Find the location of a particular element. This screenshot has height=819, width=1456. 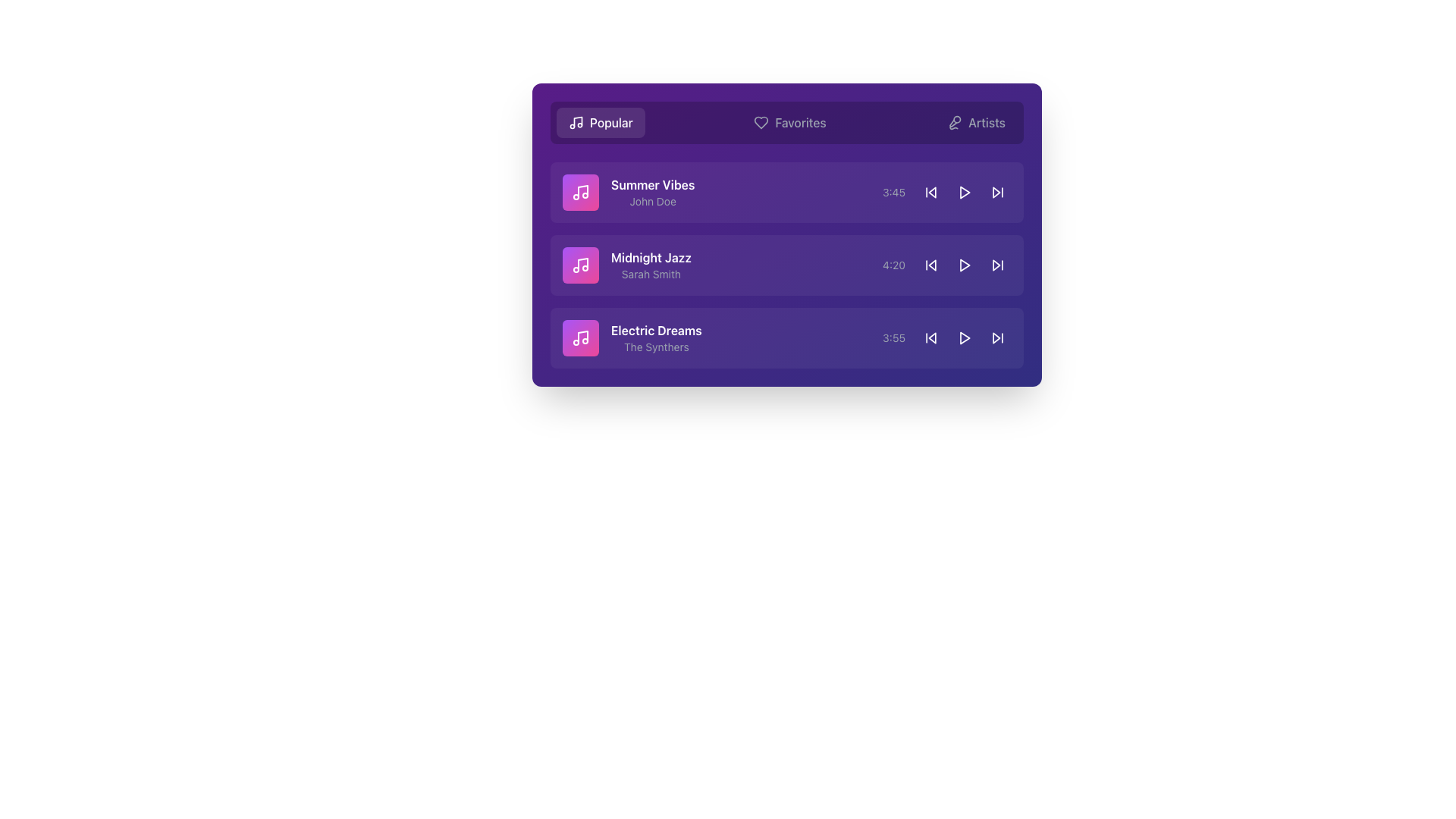

the skip-backward button located in the control section to the right of 'Midnight Jazz' by Sarah Smith is located at coordinates (930, 265).